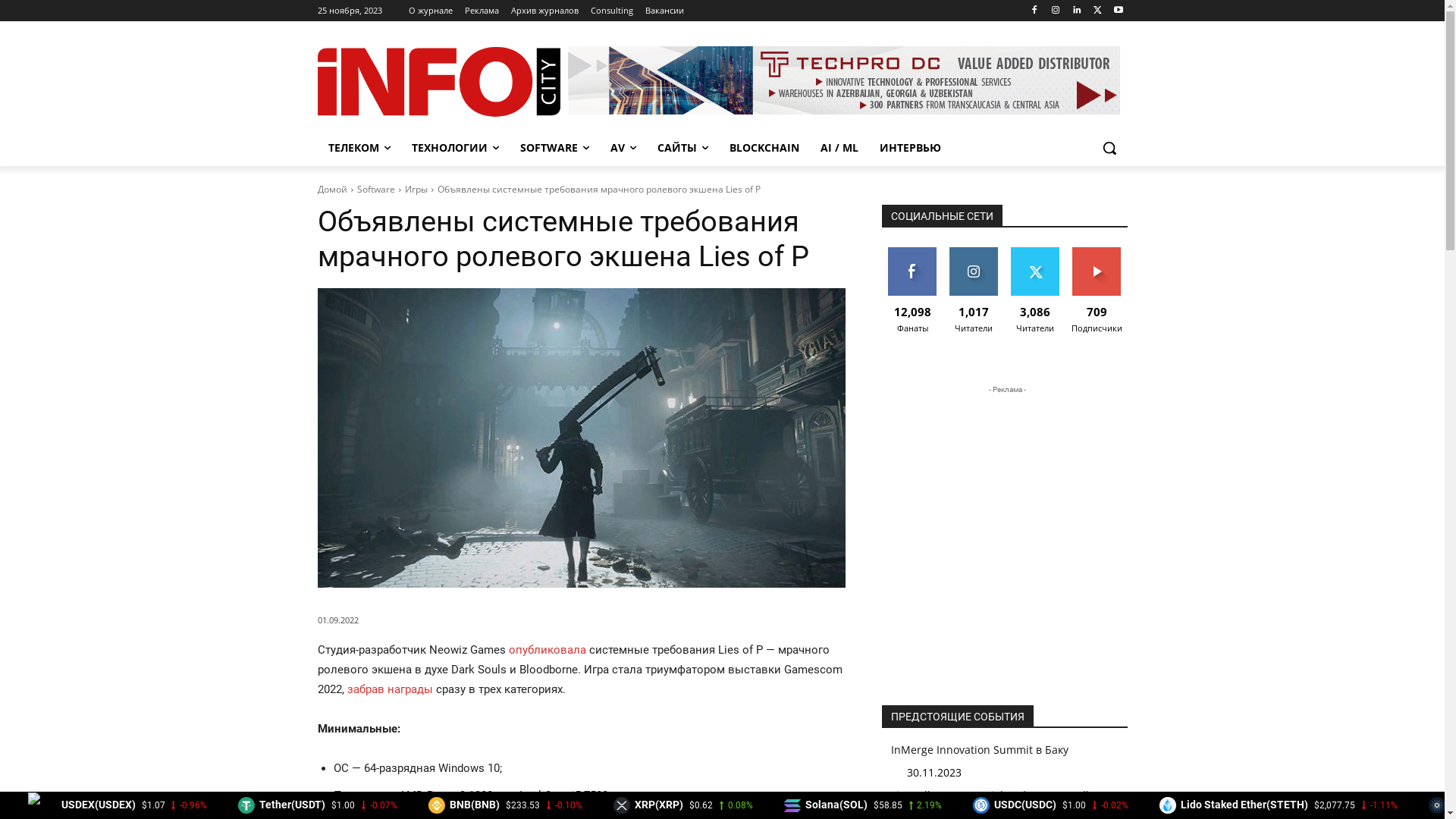 This screenshot has width=1456, height=819. Describe the element at coordinates (611, 11) in the screenshot. I see `'Consulting'` at that location.